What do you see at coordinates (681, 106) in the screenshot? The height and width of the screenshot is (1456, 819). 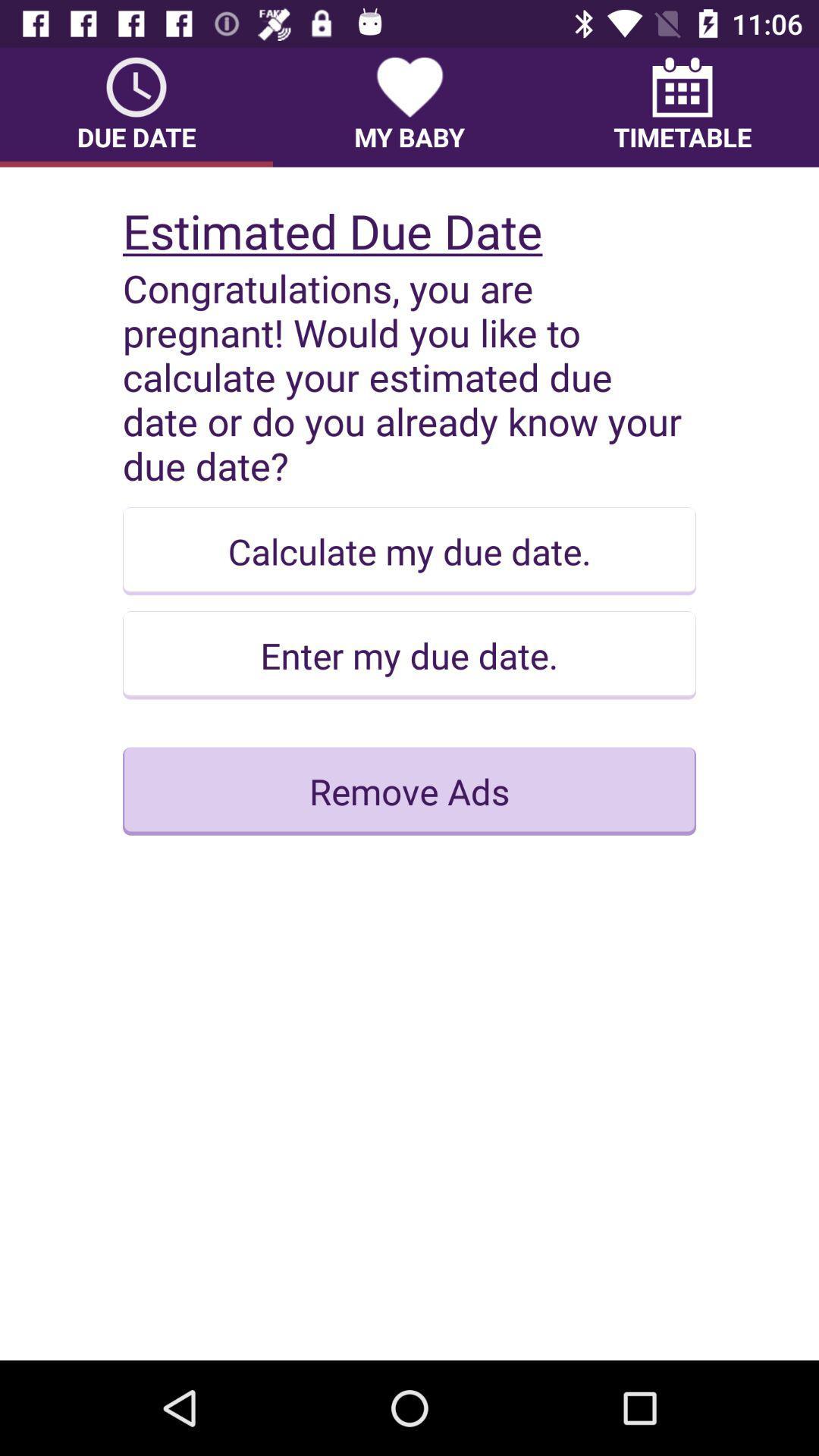 I see `timetable icon` at bounding box center [681, 106].